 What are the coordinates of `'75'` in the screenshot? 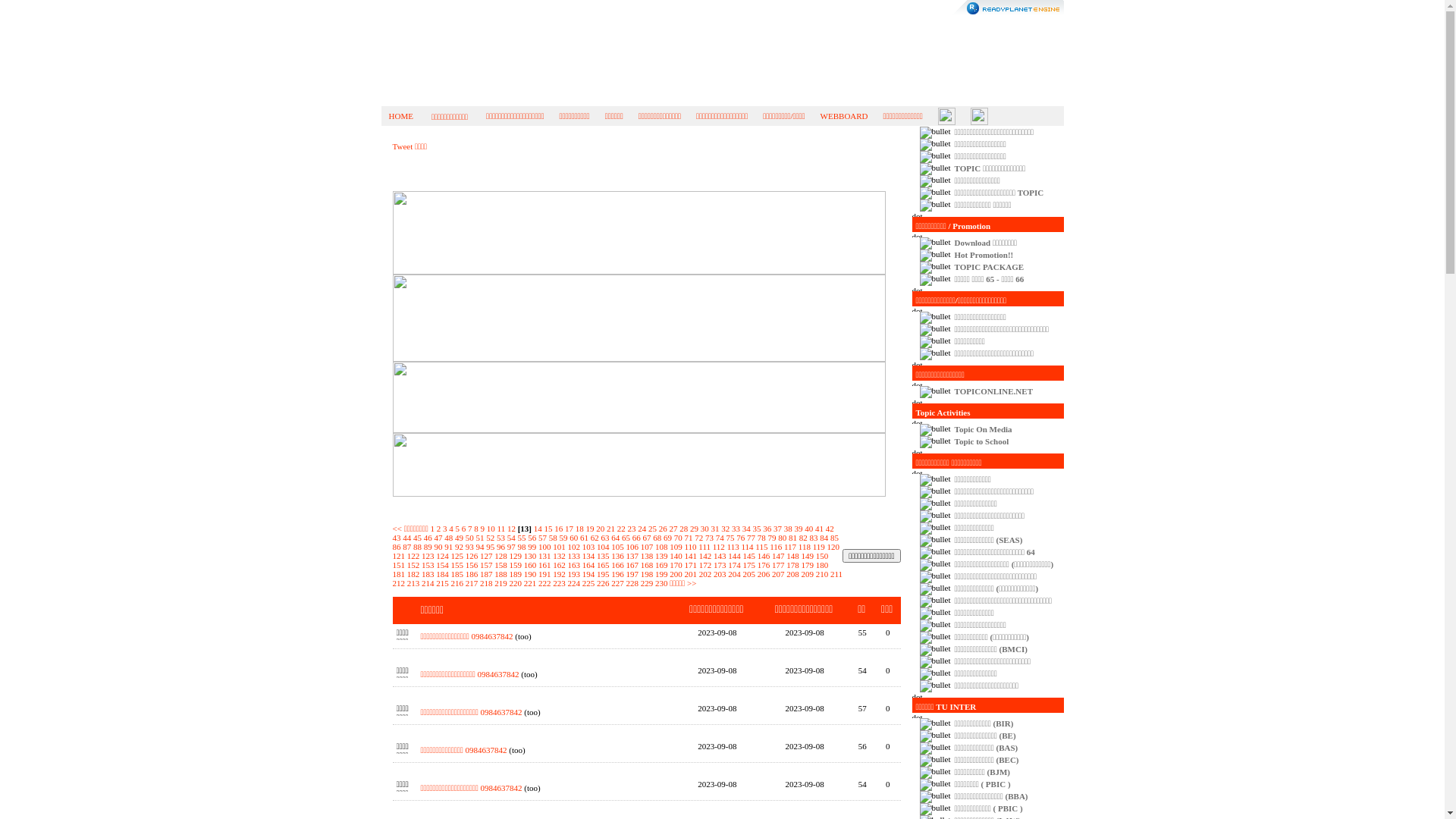 It's located at (730, 537).